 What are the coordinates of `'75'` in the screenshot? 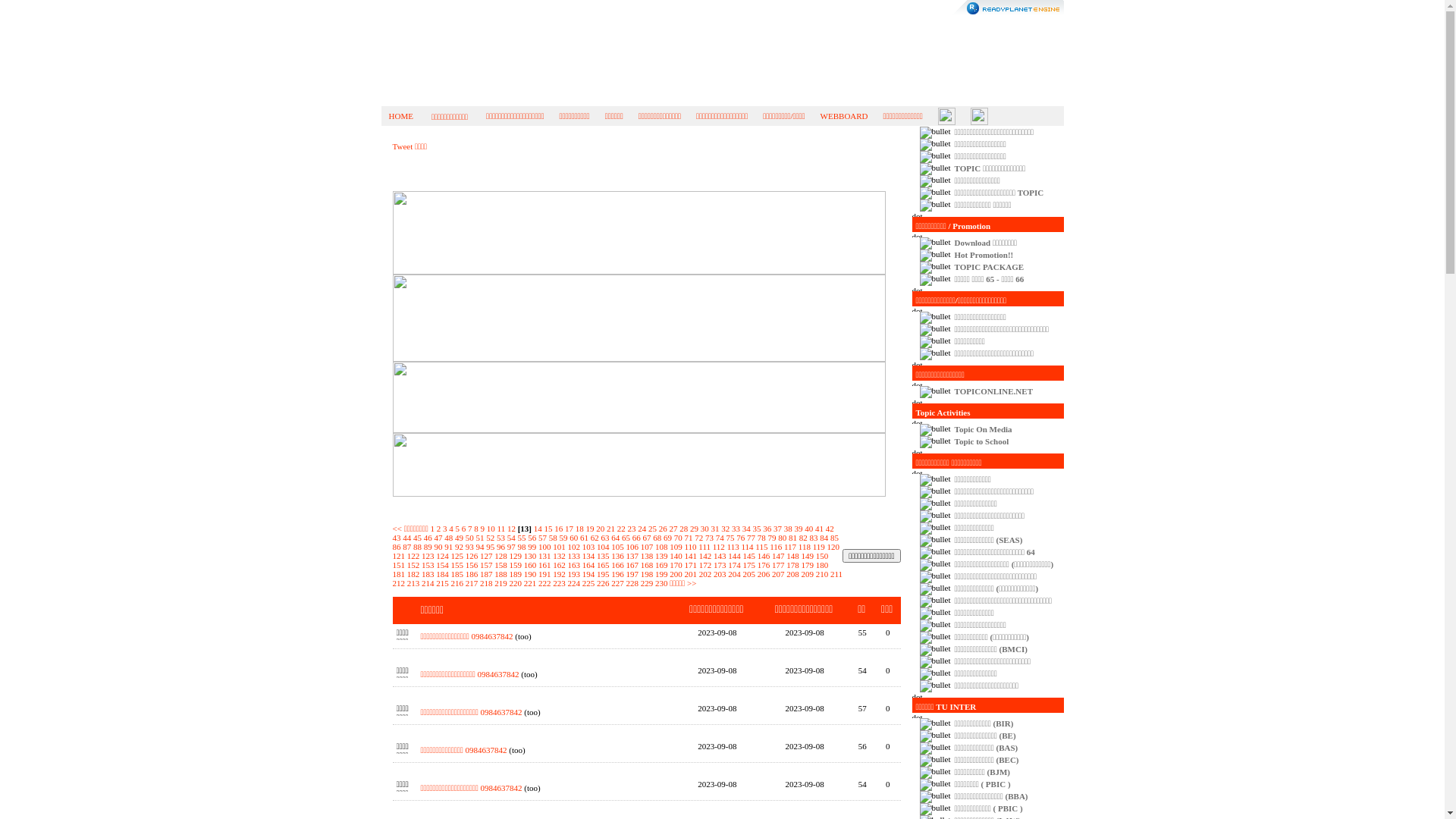 It's located at (730, 537).